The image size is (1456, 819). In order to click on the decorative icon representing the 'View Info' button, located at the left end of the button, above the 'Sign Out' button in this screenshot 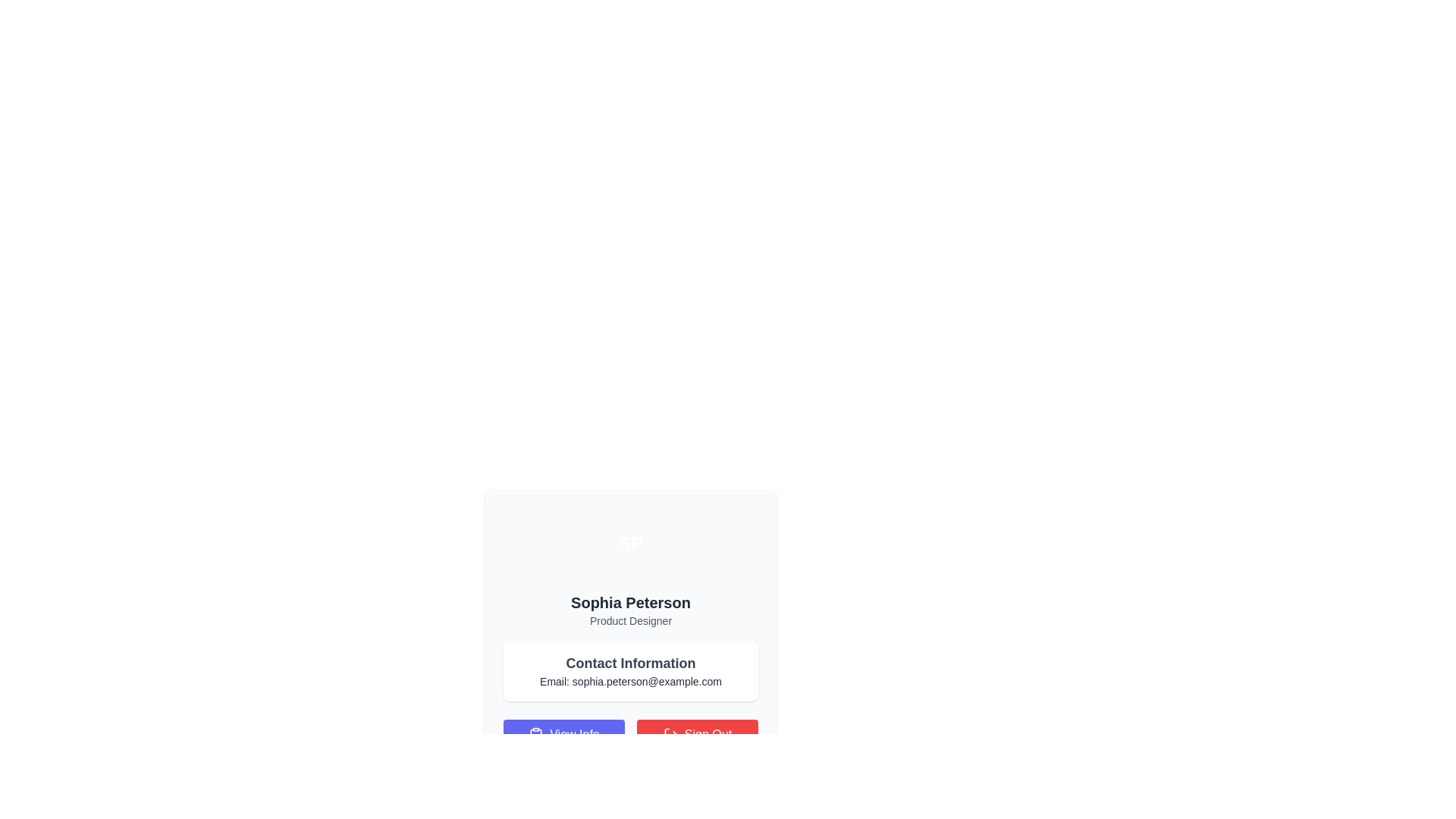, I will do `click(536, 733)`.